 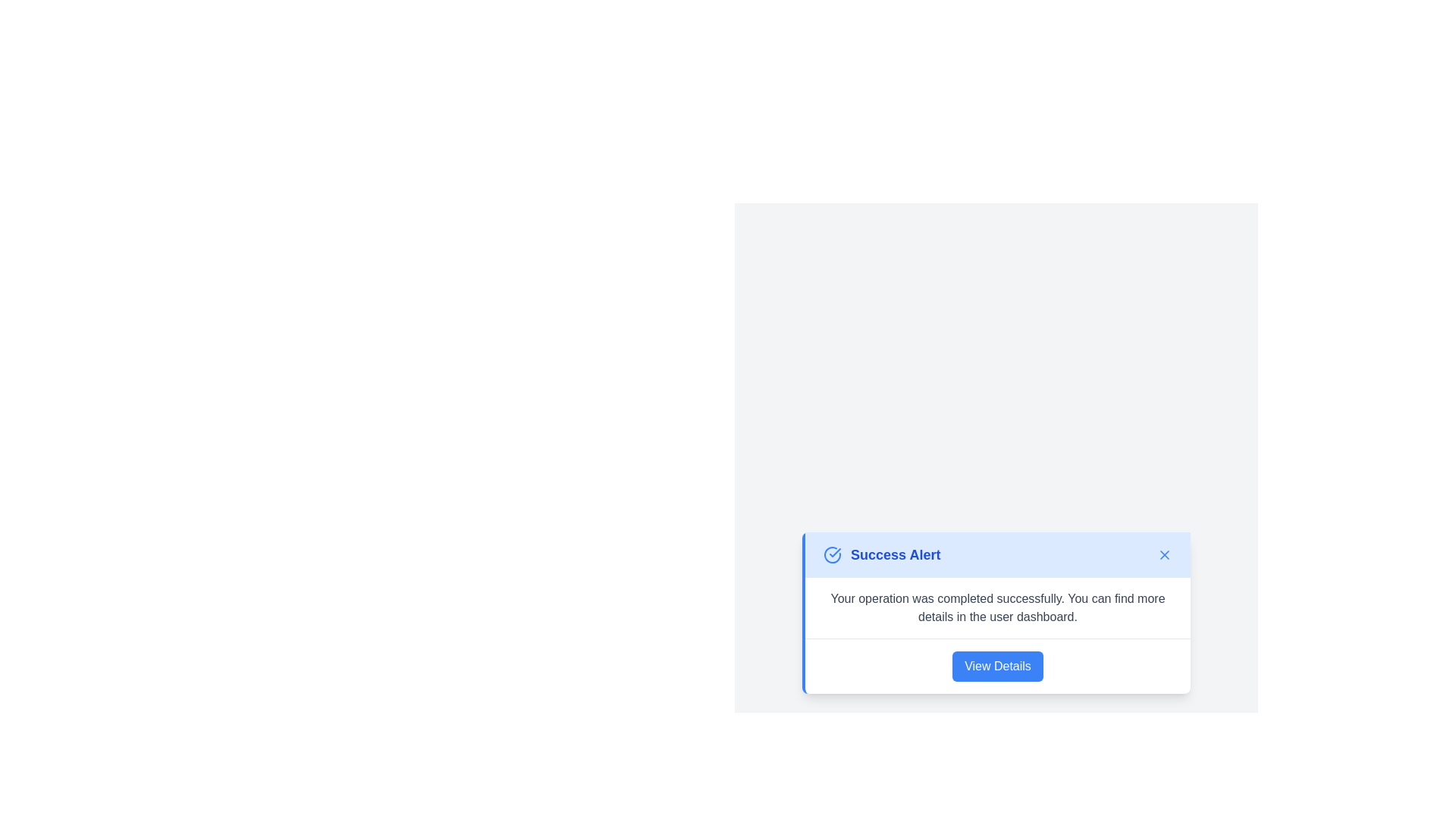 I want to click on the 'View Details' button, which is a blue button with white text located at the bottom of the success alert panel, so click(x=997, y=665).